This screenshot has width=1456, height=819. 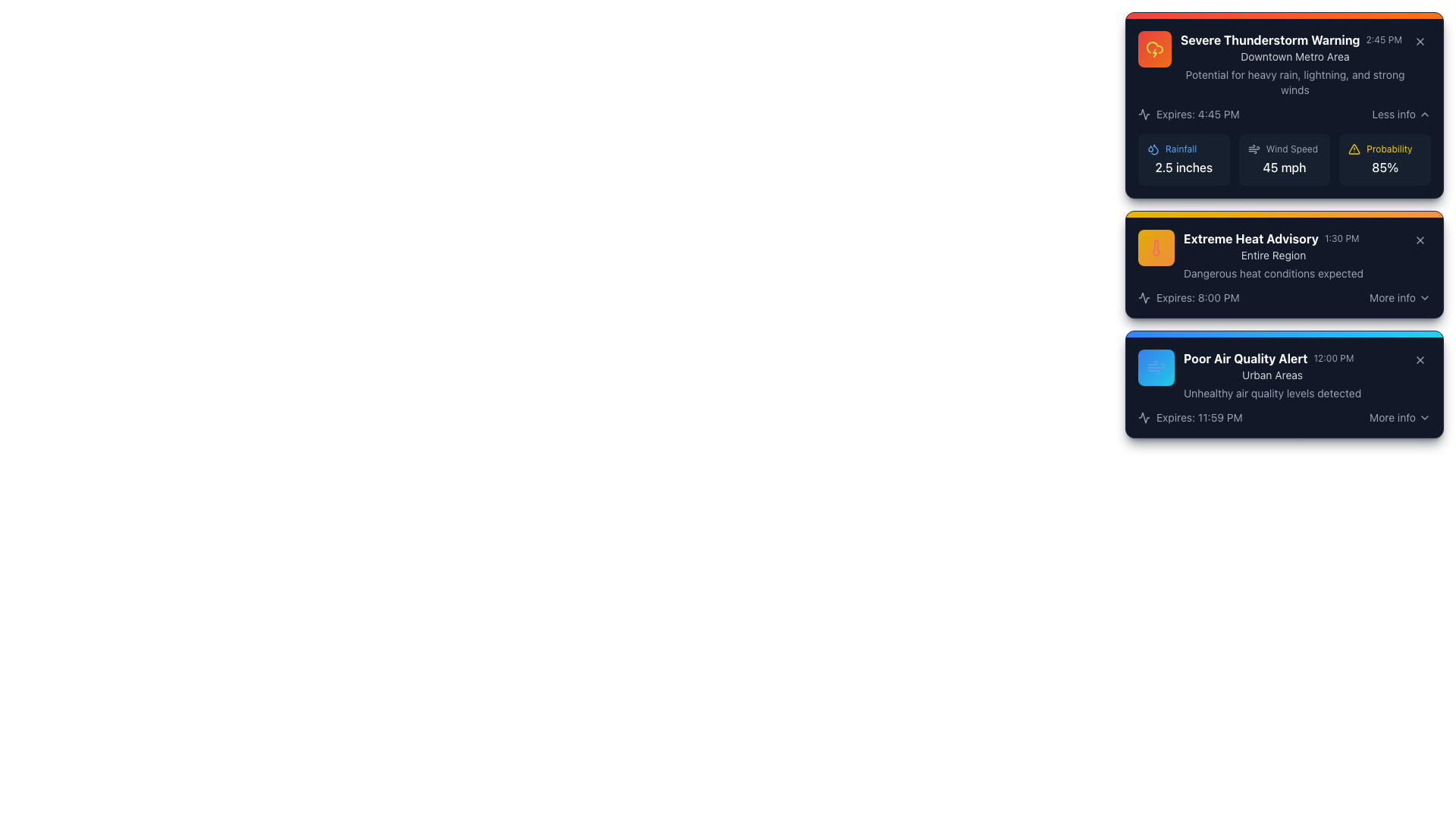 What do you see at coordinates (1284, 160) in the screenshot?
I see `the weather-related informational display block showing wind speed, which is located under the 'Severe Thunderstorm Warning' section and is the second block in a row of three elements` at bounding box center [1284, 160].